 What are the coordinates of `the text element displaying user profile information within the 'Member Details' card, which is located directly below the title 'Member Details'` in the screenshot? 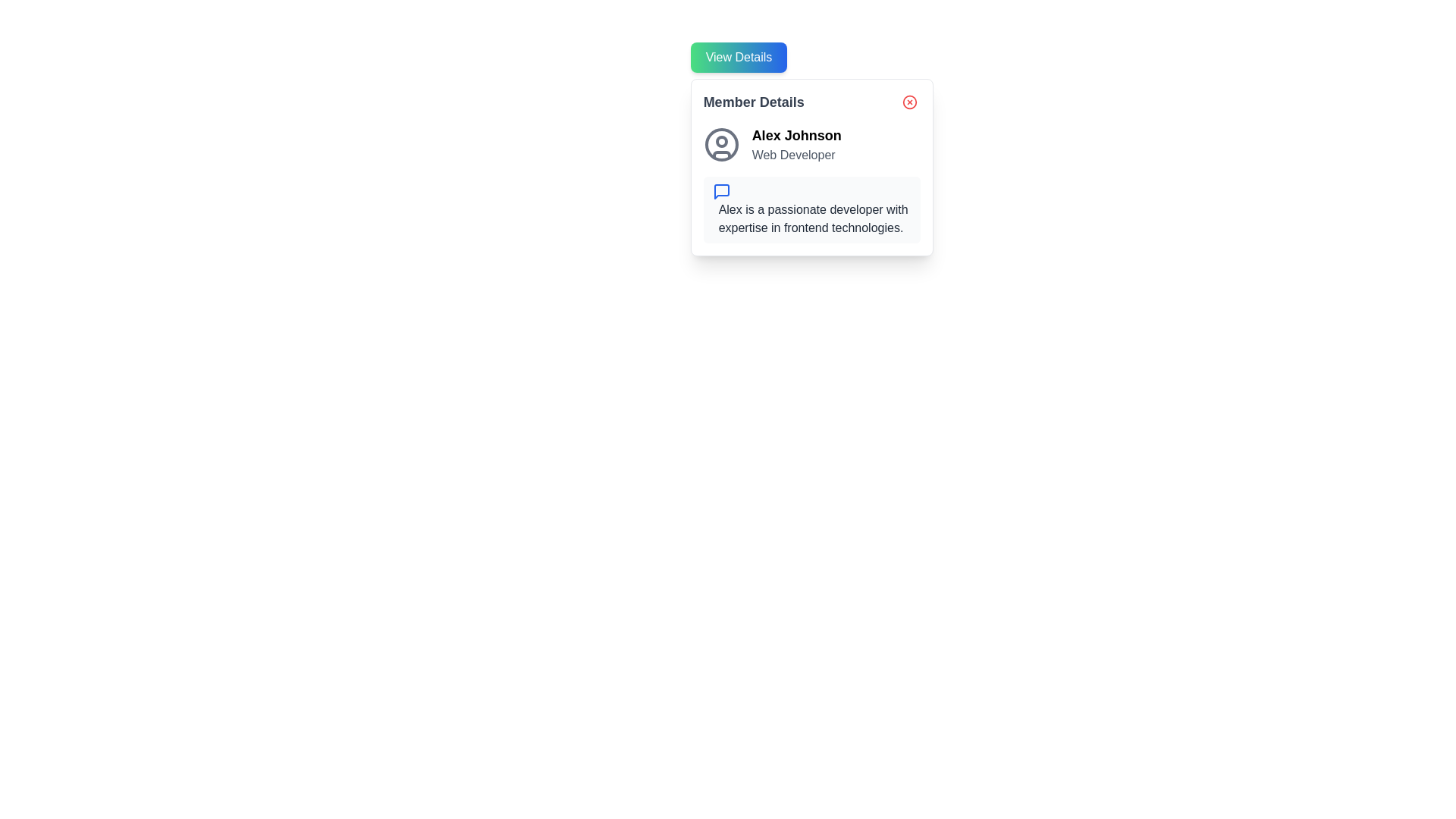 It's located at (811, 145).